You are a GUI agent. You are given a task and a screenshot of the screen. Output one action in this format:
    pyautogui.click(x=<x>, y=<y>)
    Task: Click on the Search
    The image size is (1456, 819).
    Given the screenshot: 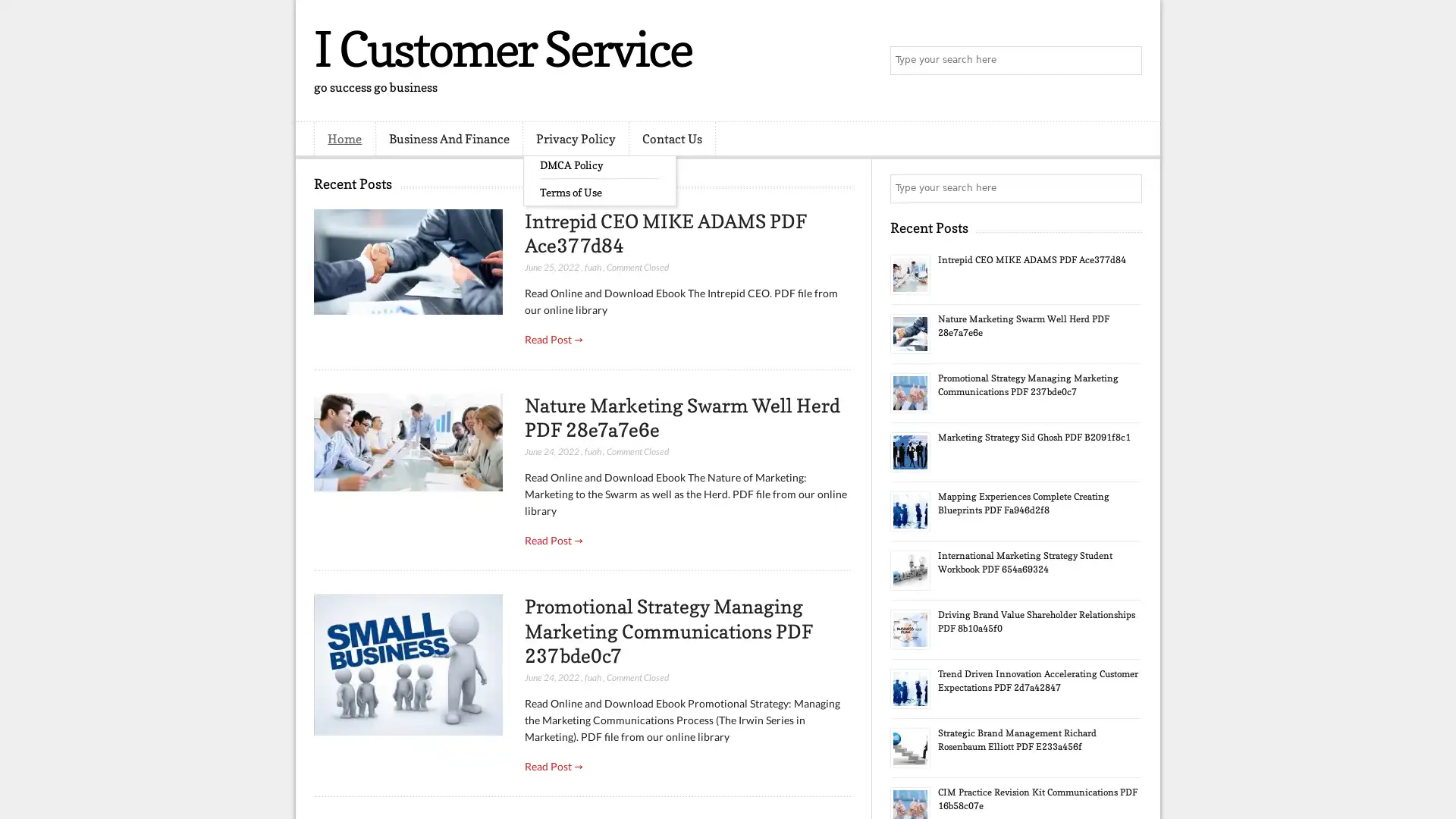 What is the action you would take?
    pyautogui.click(x=1126, y=61)
    